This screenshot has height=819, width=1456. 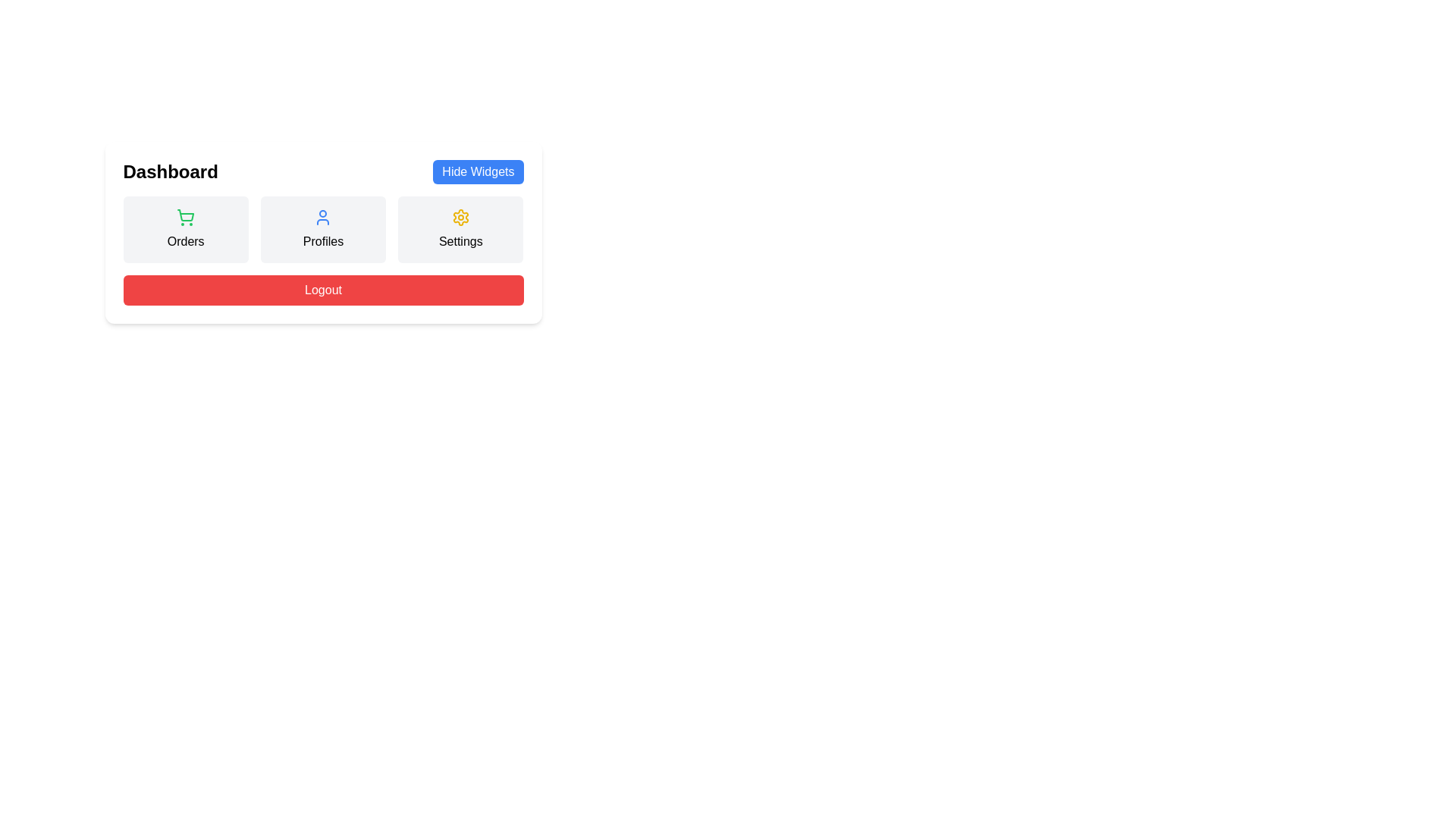 I want to click on the 'Orders' button with a green shopping cart icon, which is the leftmost module in the row of three, so click(x=185, y=230).